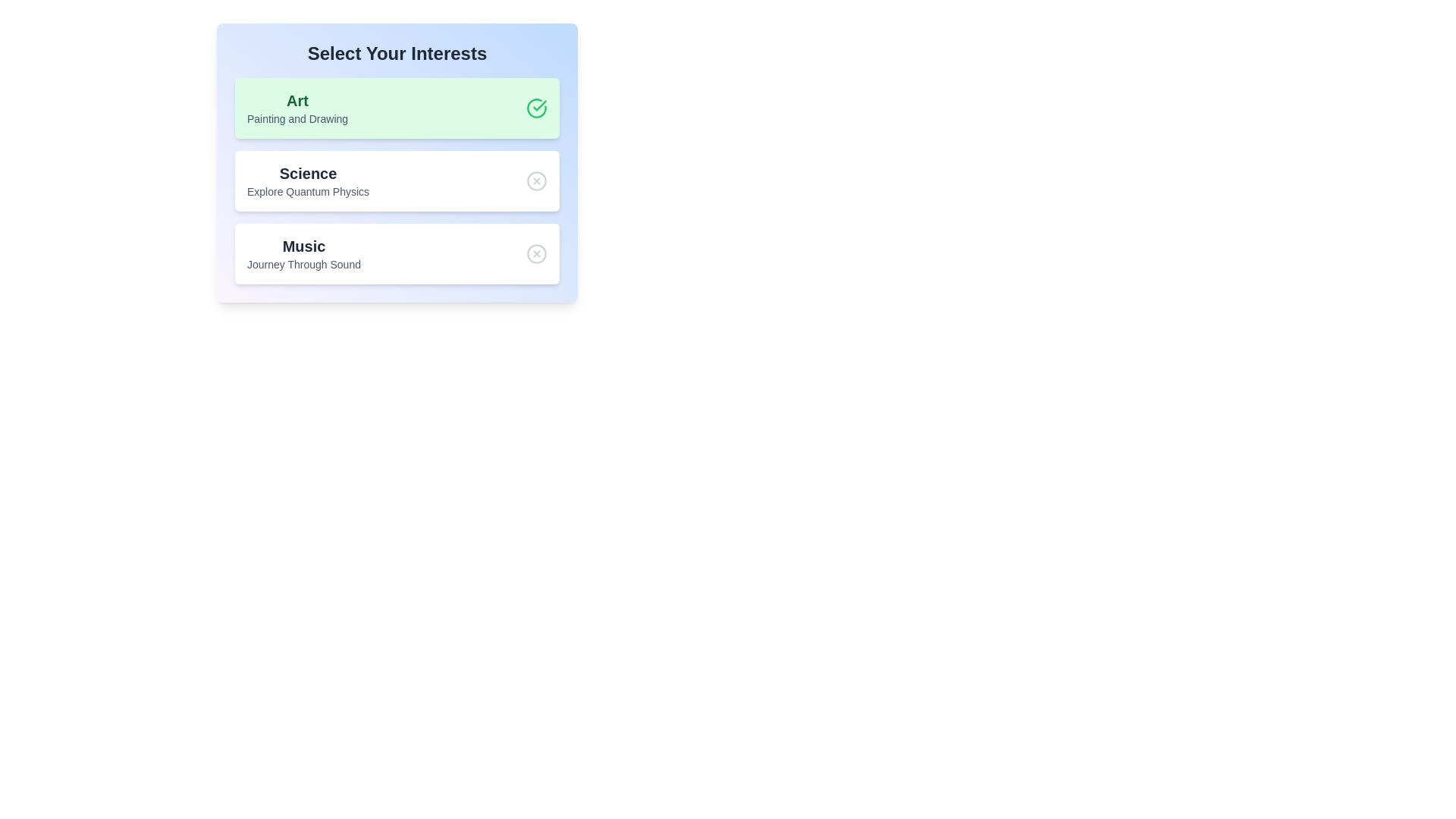 This screenshot has width=1456, height=819. What do you see at coordinates (397, 107) in the screenshot?
I see `the chip labeled Art` at bounding box center [397, 107].